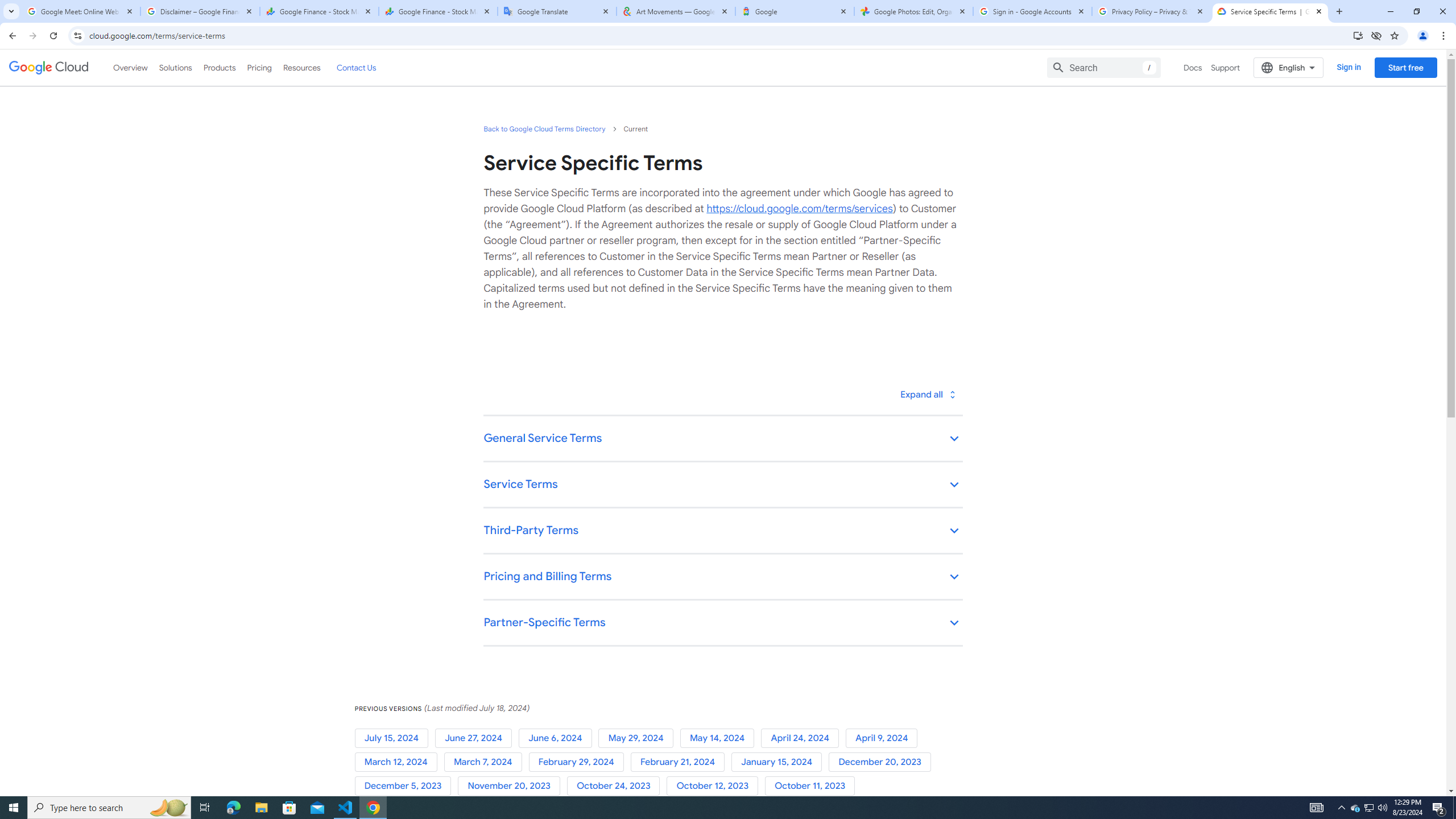 The width and height of the screenshot is (1456, 819). Describe the element at coordinates (721, 738) in the screenshot. I see `'May 14, 2024'` at that location.